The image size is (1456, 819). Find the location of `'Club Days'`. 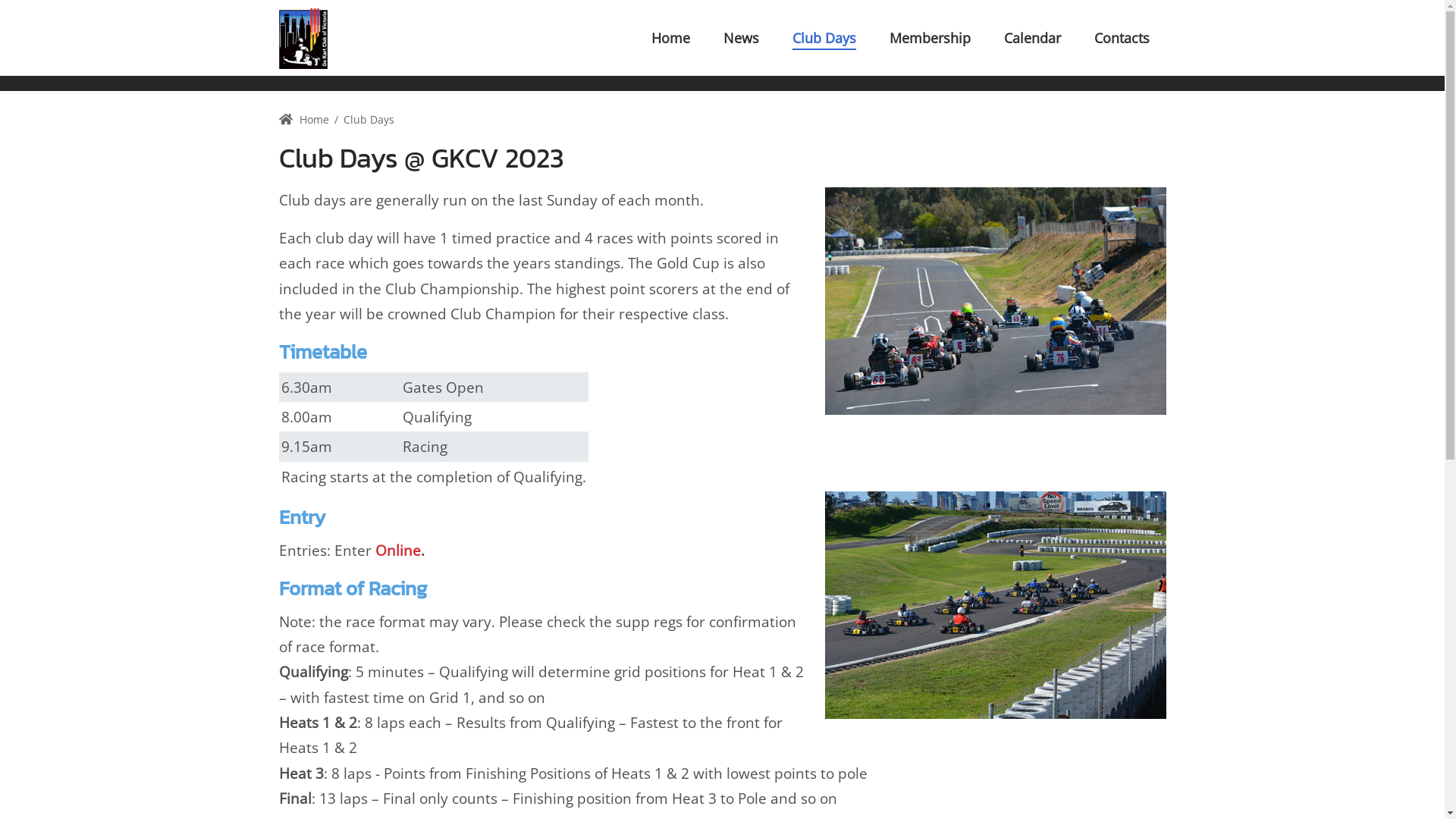

'Club Days' is located at coordinates (822, 37).